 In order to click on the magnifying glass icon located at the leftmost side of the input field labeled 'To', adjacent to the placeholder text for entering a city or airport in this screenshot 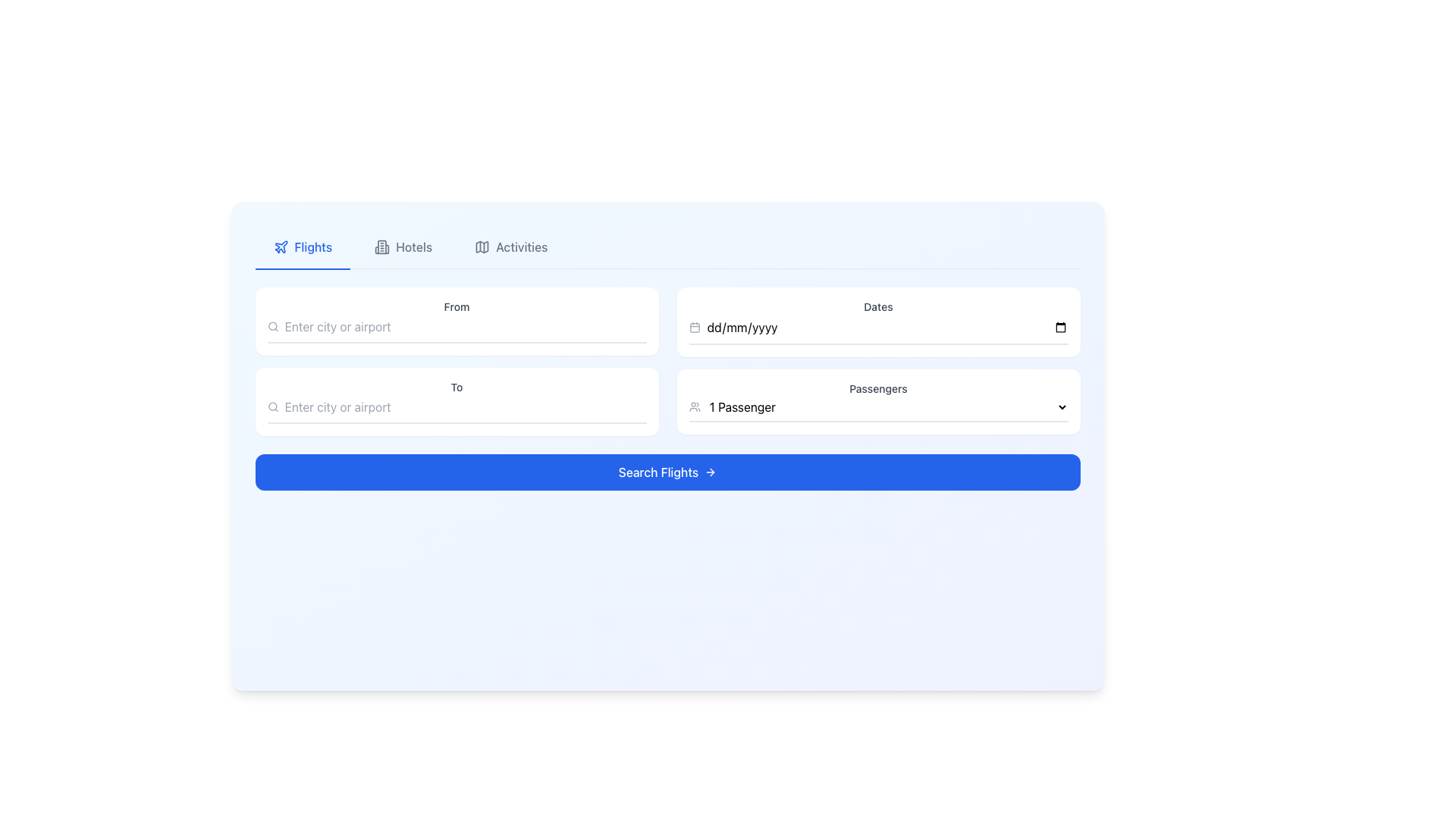, I will do `click(273, 406)`.